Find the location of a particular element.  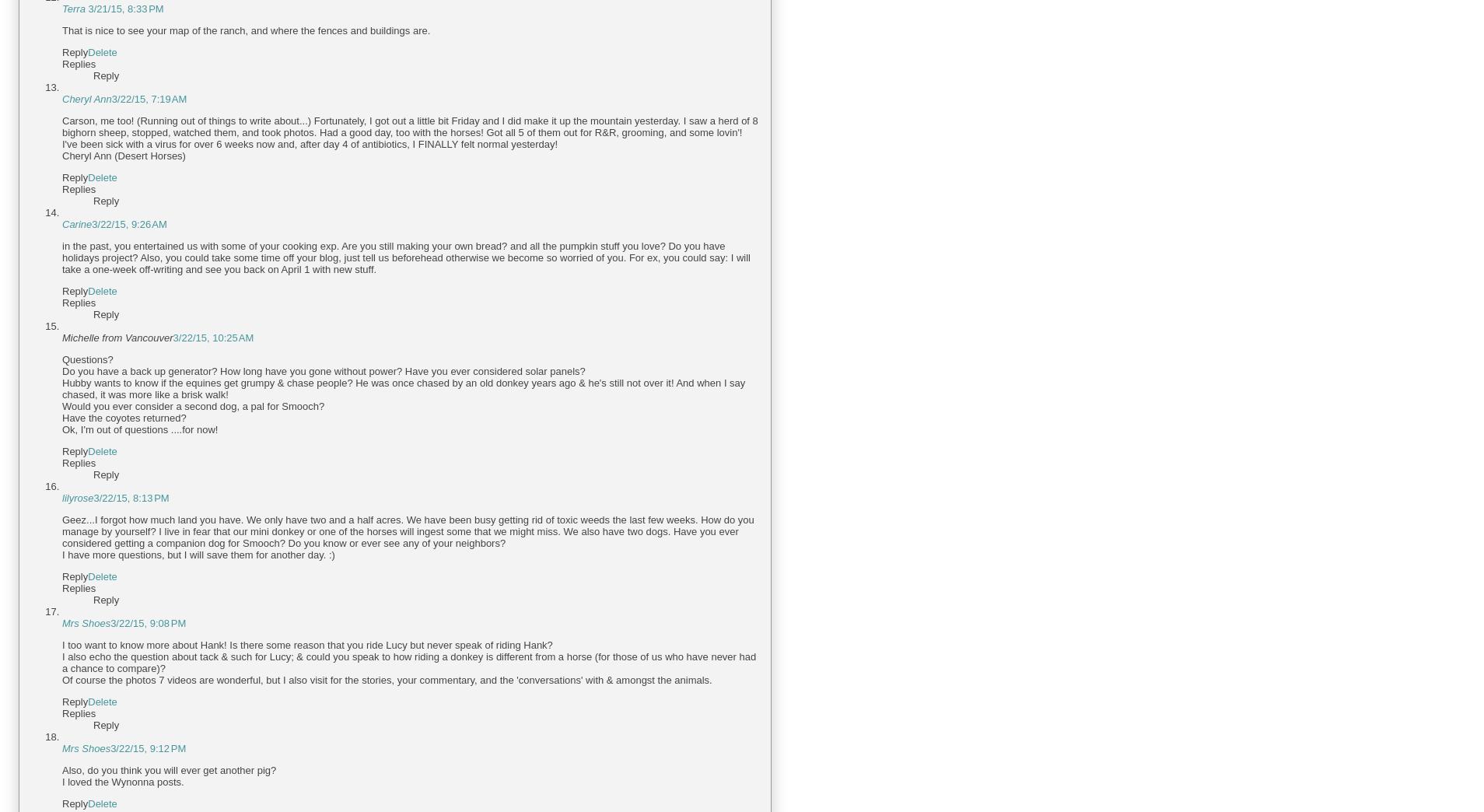

'I too want to know more about Hank! Is there some reason that you ride Lucy but never speak of riding Hank?' is located at coordinates (306, 644).